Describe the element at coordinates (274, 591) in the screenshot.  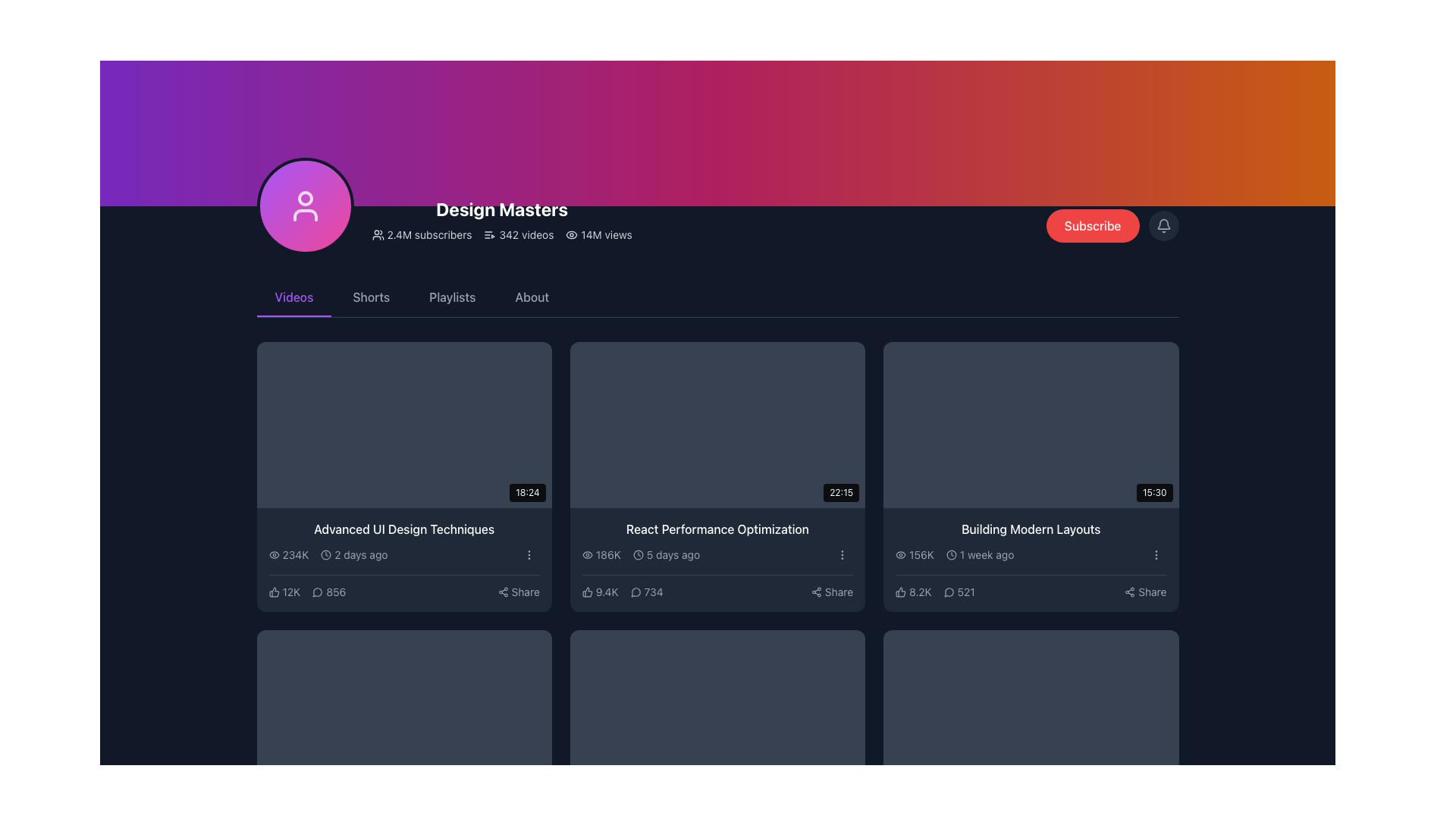
I see `the thumbs-up icon located in the lower section of the video card titled 'Advanced UI Design Techniques' to like the video` at that location.